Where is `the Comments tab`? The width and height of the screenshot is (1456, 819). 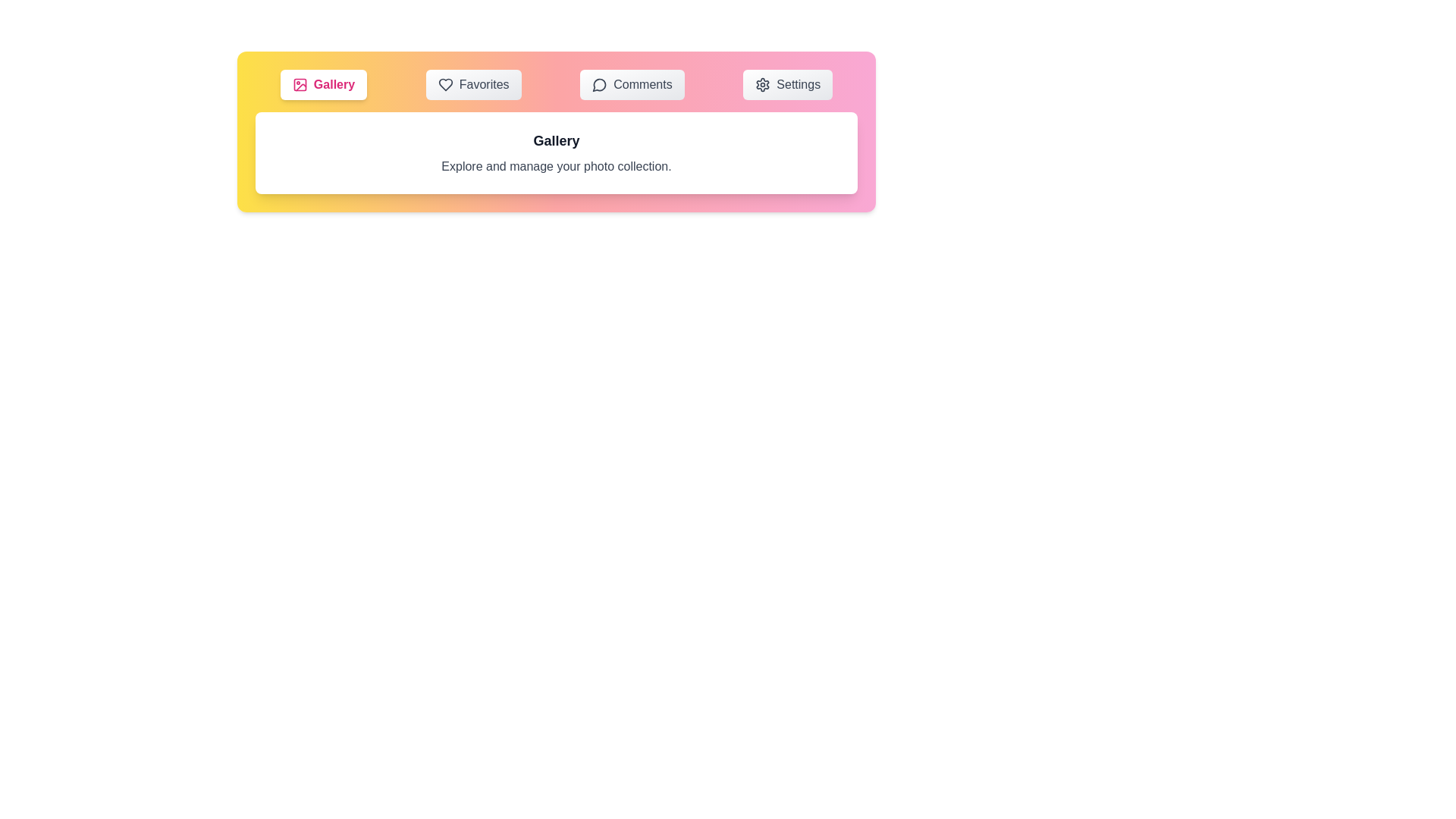
the Comments tab is located at coordinates (632, 84).